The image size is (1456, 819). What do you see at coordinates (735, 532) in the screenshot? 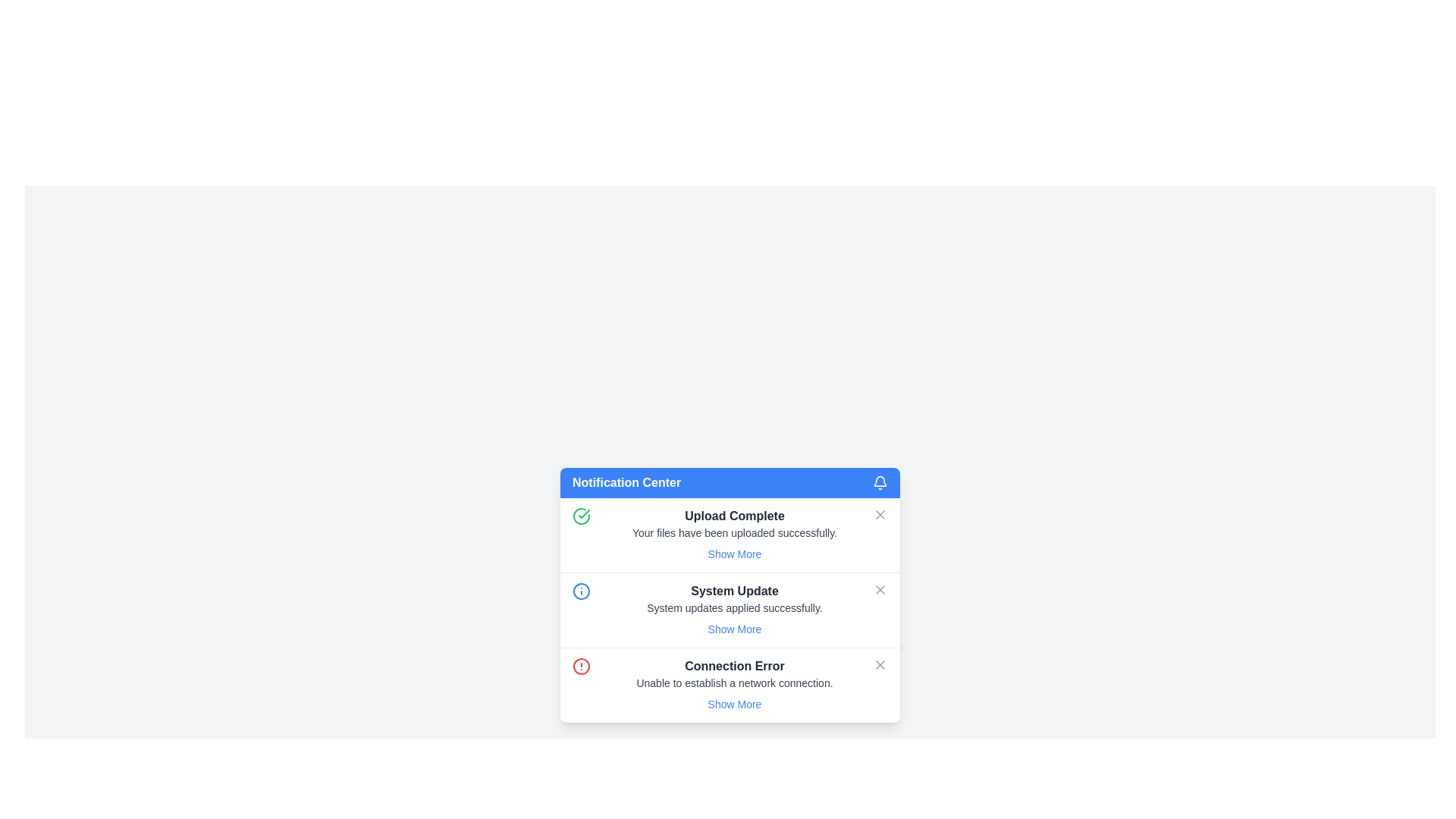
I see `message indicating the successful completion of the file upload process, located below the 'Upload Complete' title in the Notification Center's second component` at bounding box center [735, 532].